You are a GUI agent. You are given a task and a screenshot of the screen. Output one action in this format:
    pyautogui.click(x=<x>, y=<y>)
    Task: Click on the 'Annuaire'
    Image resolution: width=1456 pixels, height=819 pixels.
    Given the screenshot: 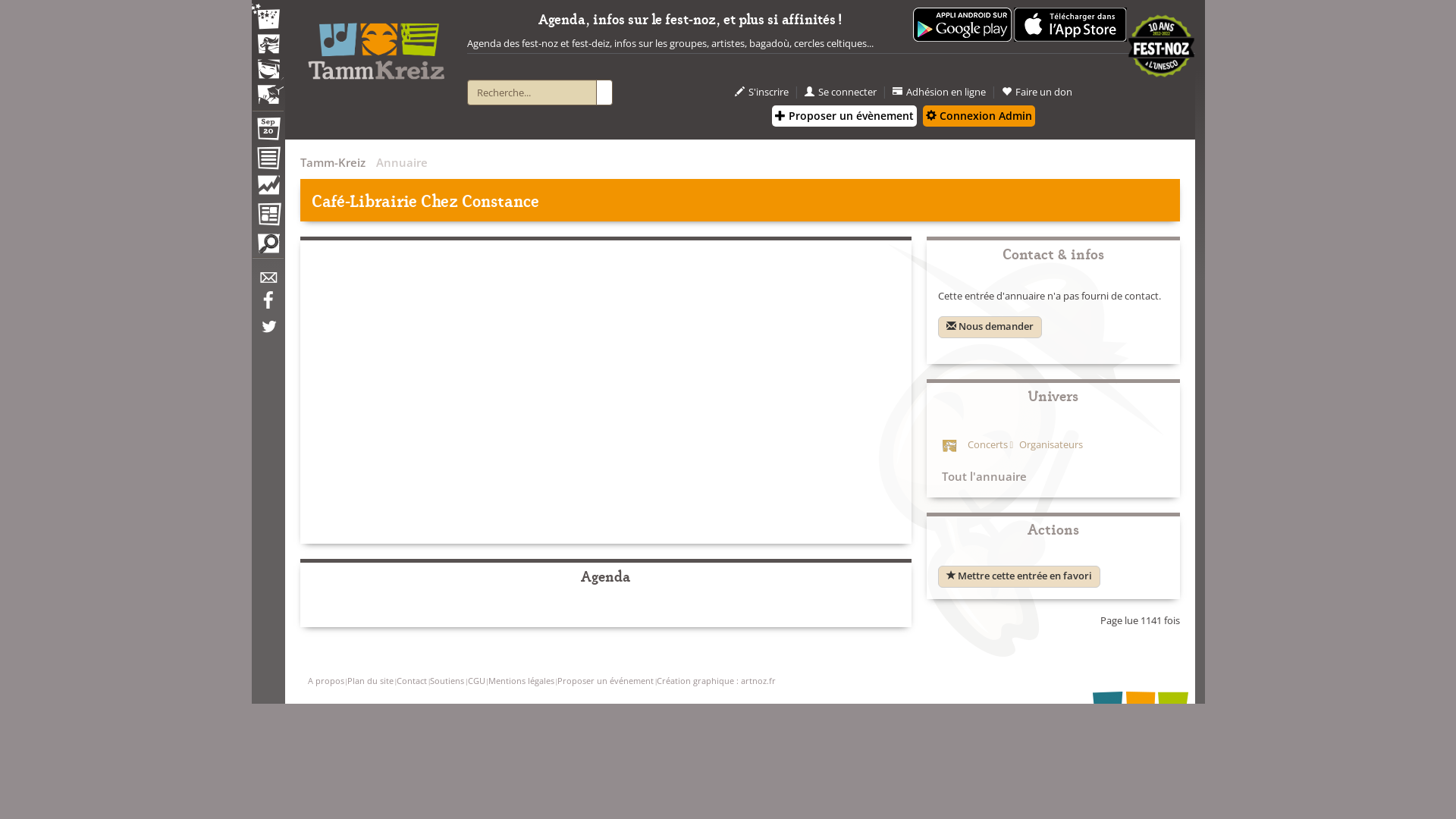 What is the action you would take?
    pyautogui.click(x=251, y=161)
    